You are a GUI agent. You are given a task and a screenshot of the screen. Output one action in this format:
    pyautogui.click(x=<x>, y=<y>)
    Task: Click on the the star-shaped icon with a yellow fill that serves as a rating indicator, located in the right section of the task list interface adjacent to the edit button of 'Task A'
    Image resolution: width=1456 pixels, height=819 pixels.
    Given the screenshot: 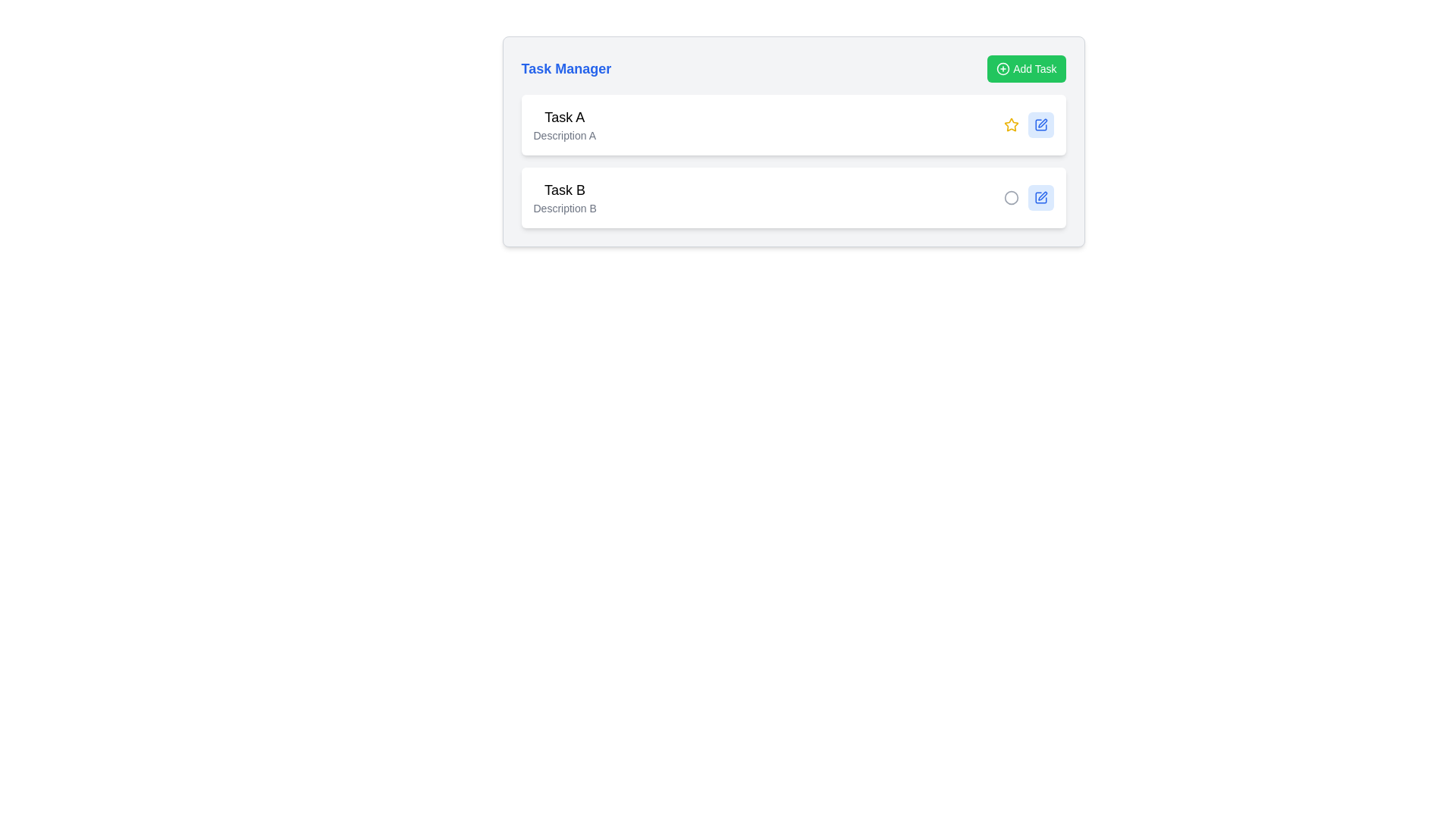 What is the action you would take?
    pyautogui.click(x=1011, y=124)
    